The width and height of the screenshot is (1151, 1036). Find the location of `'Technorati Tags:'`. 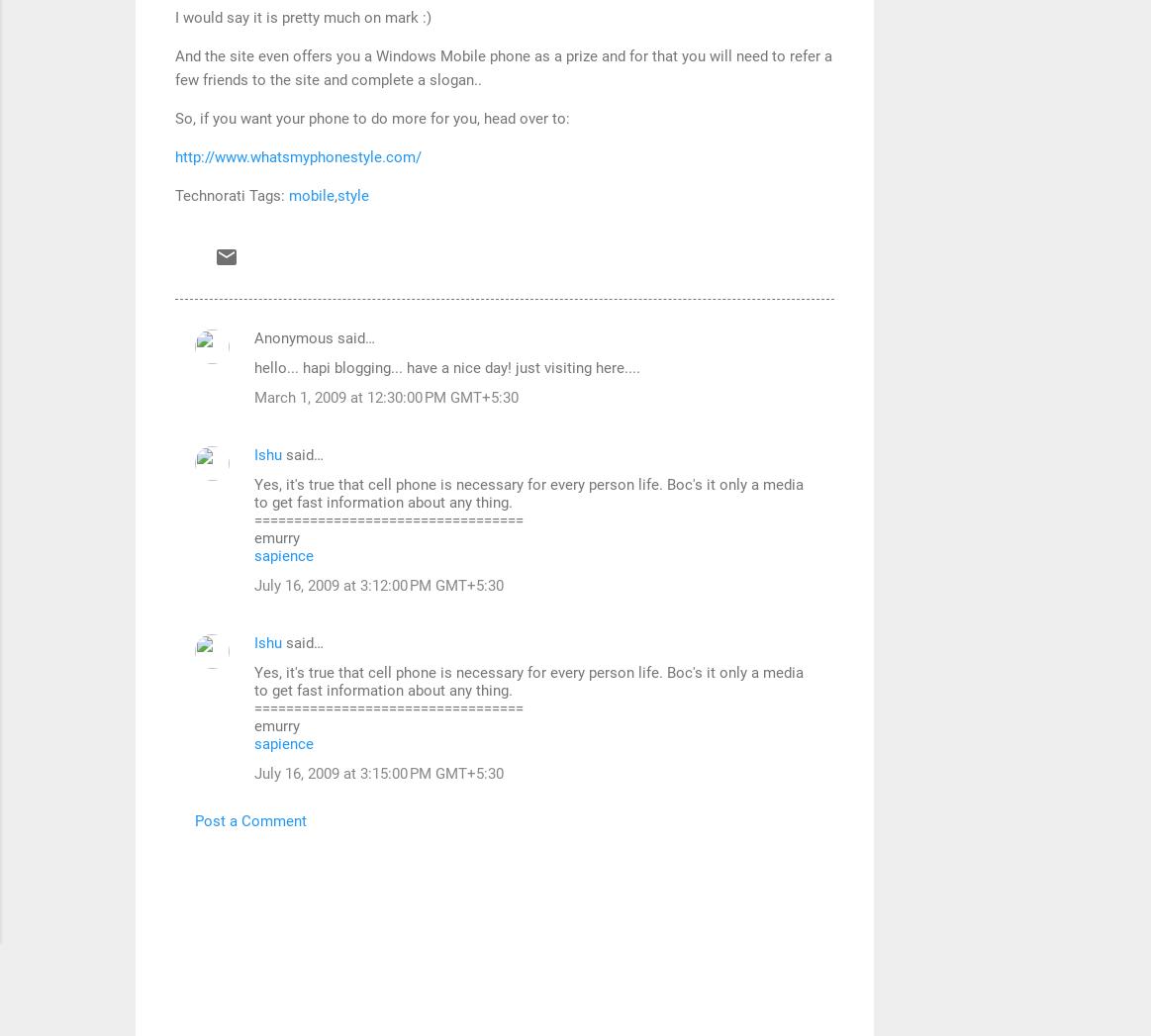

'Technorati Tags:' is located at coordinates (230, 194).